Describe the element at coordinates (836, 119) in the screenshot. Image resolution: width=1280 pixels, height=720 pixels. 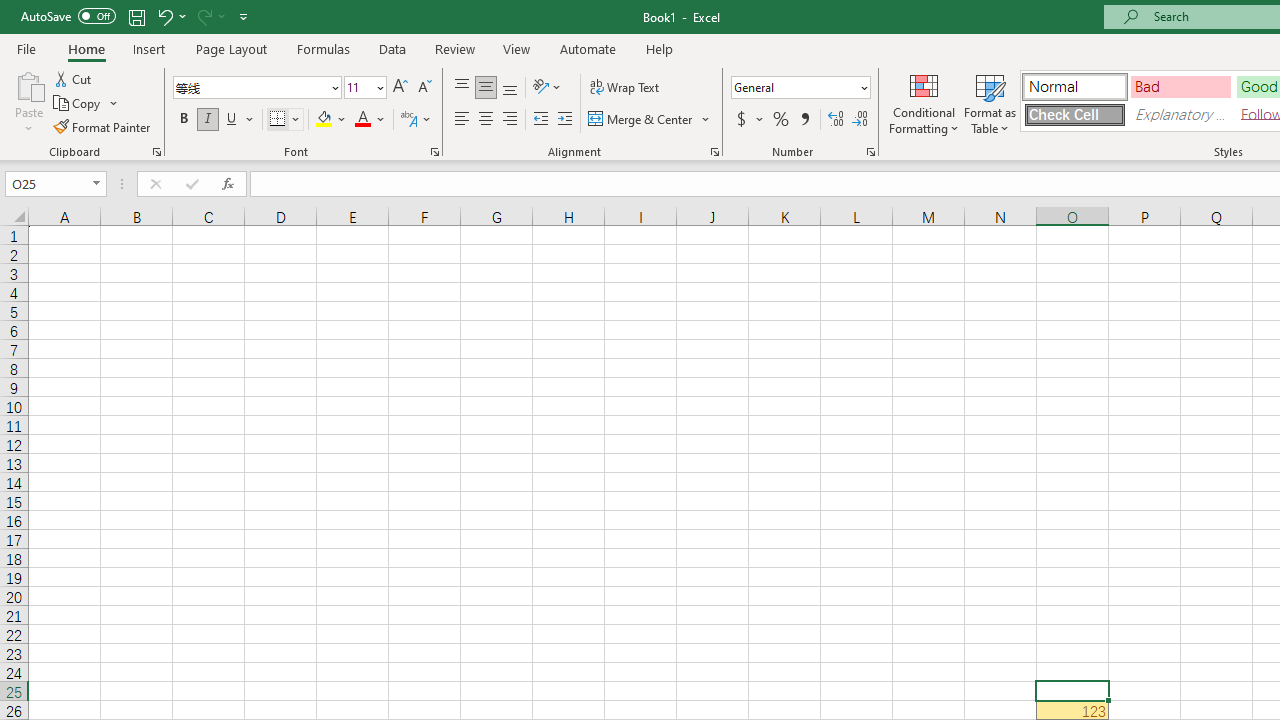
I see `'Increase Decimal'` at that location.